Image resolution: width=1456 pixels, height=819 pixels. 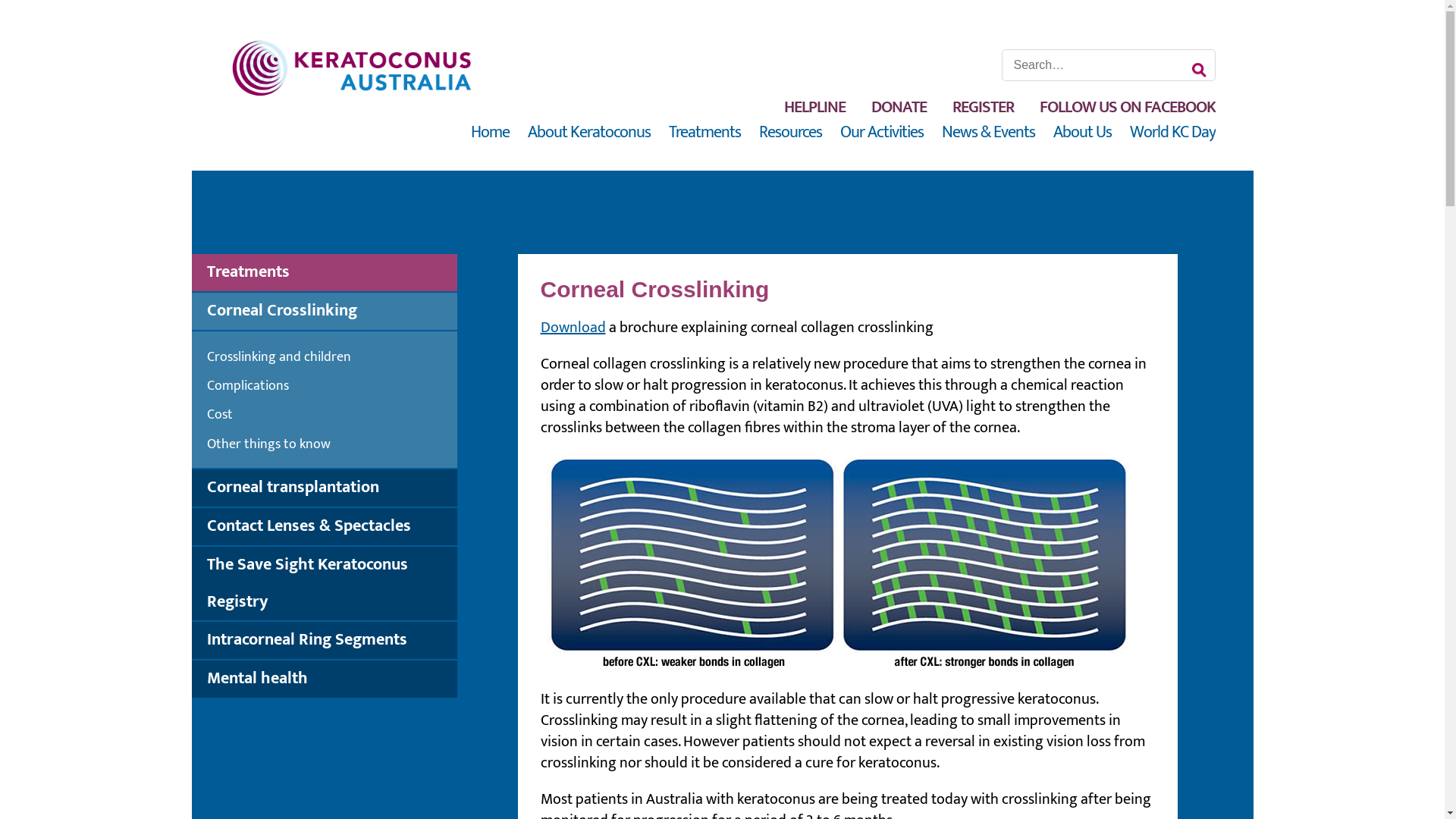 What do you see at coordinates (330, 415) in the screenshot?
I see `'Cost'` at bounding box center [330, 415].